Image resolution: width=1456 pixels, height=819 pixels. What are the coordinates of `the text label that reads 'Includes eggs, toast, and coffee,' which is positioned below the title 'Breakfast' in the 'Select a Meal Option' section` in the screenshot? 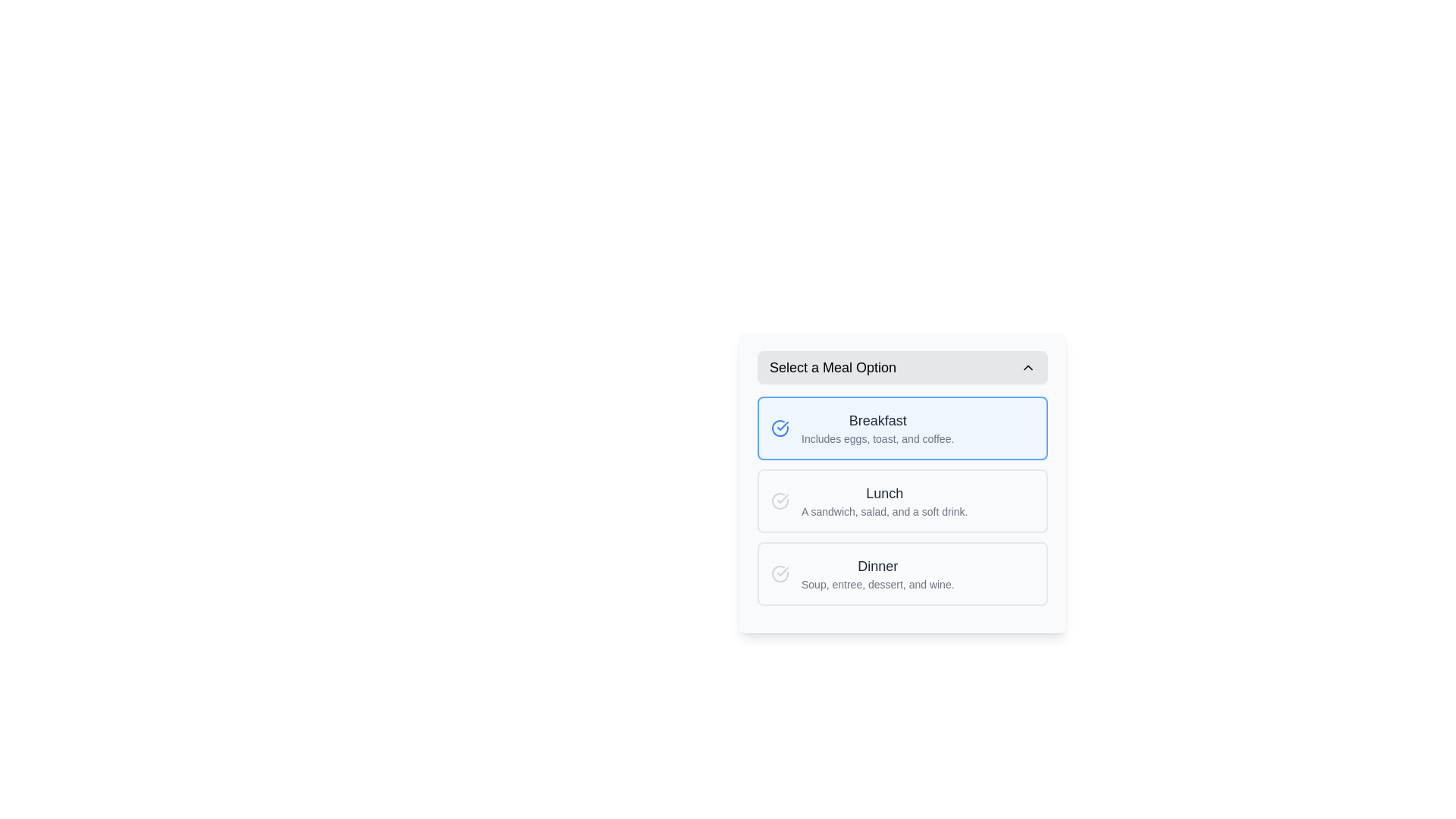 It's located at (877, 438).